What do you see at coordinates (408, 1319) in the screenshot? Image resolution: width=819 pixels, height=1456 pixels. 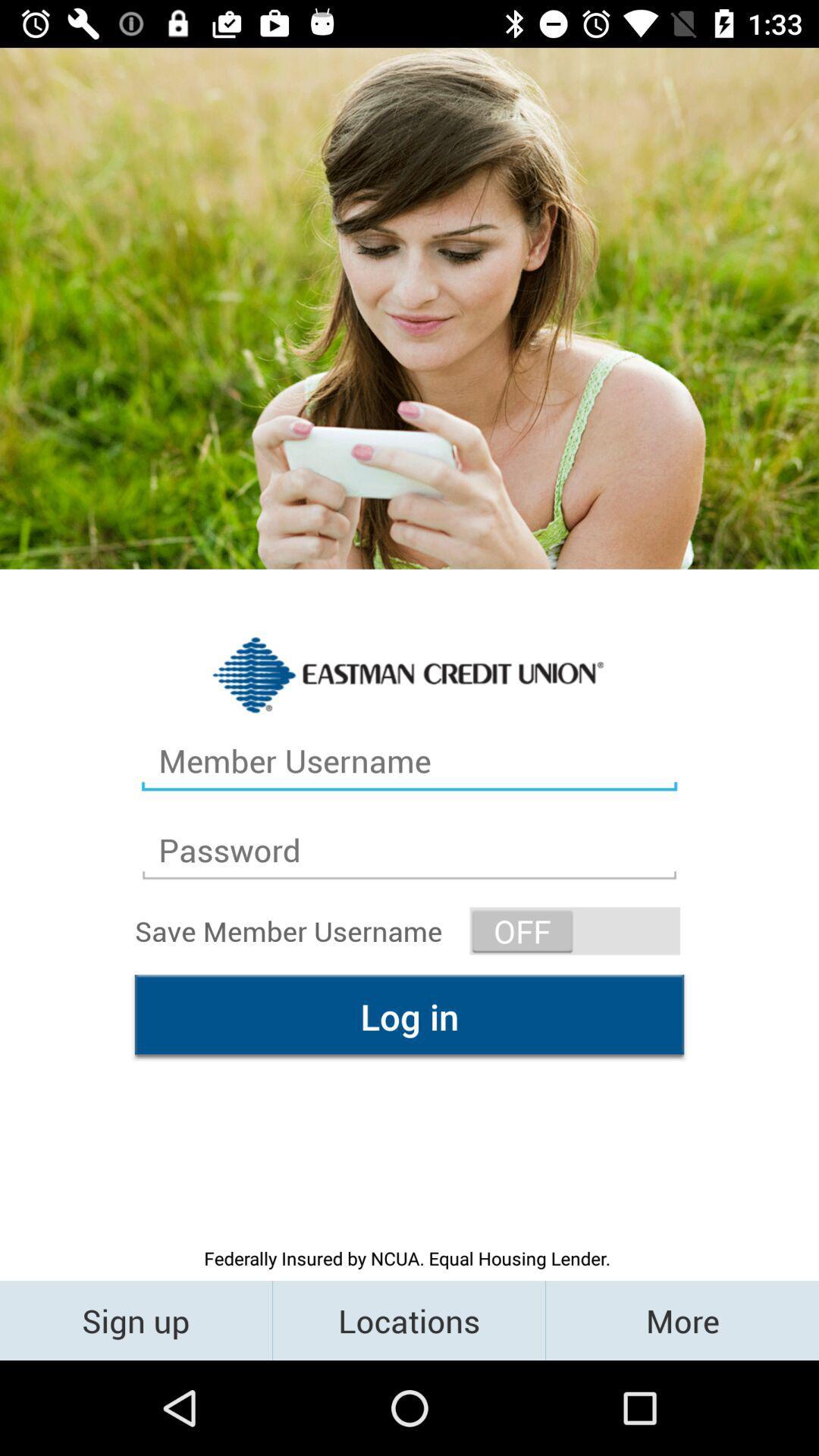 I see `locations` at bounding box center [408, 1319].